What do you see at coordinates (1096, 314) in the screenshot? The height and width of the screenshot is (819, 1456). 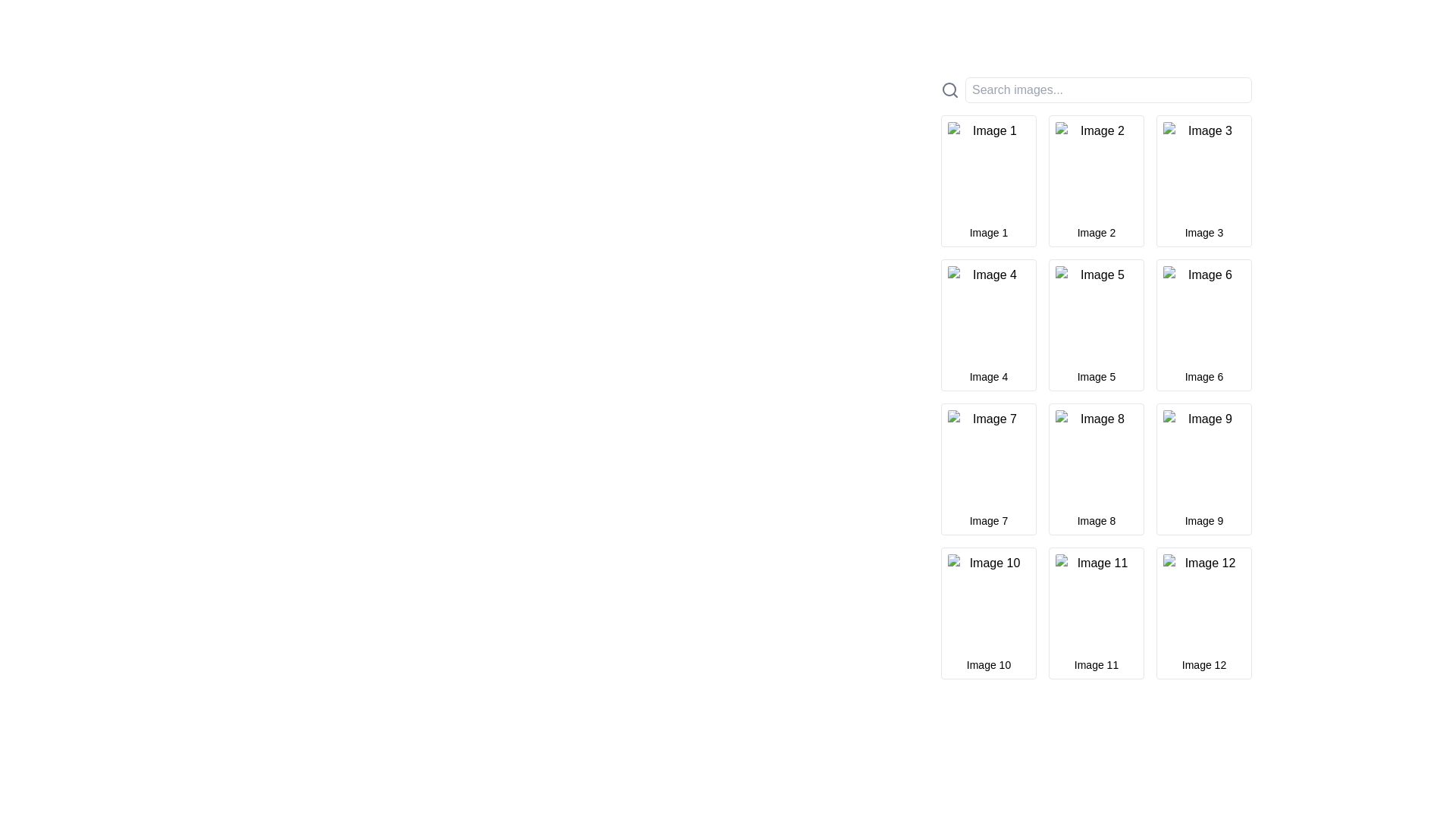 I see `the image component displaying 'Image 5' in its center, which is part of a card structure in the second row, middle column of a grid layout` at bounding box center [1096, 314].